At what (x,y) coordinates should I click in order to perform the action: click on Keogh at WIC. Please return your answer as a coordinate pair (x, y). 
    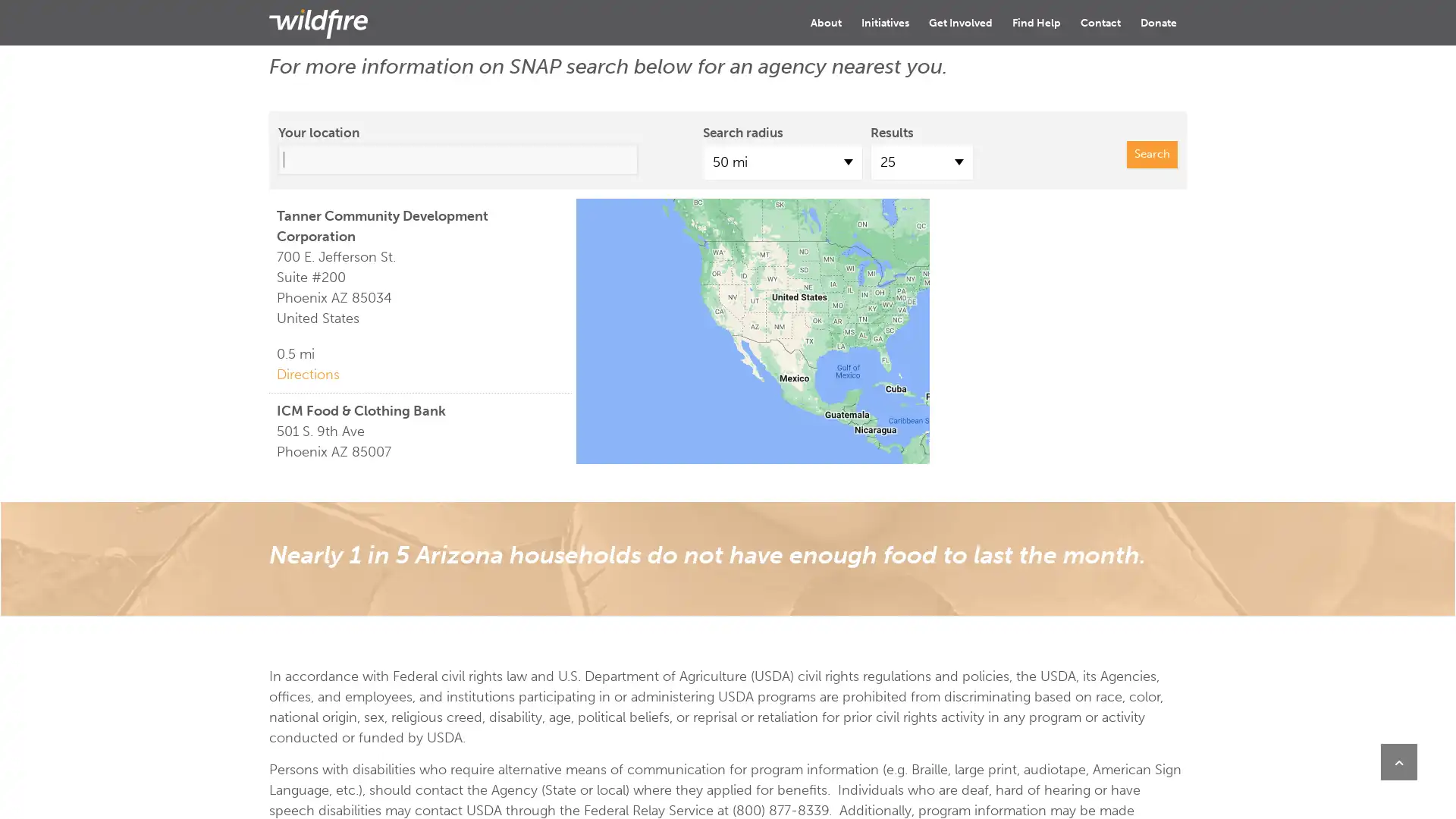
    Looking at the image, I should click on (870, 329).